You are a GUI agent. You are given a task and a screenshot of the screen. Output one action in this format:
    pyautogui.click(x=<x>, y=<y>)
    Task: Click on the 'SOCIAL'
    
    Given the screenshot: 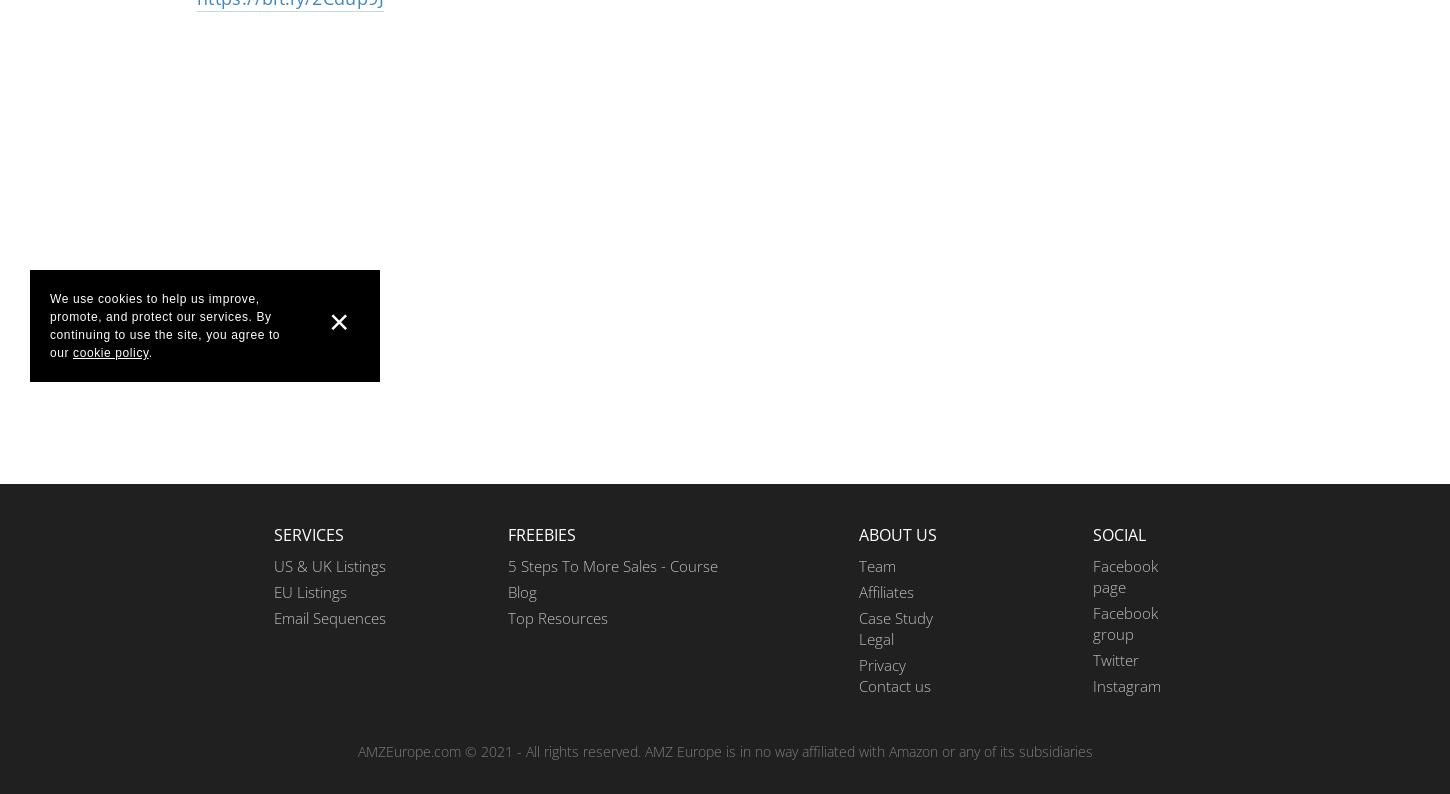 What is the action you would take?
    pyautogui.click(x=1092, y=534)
    